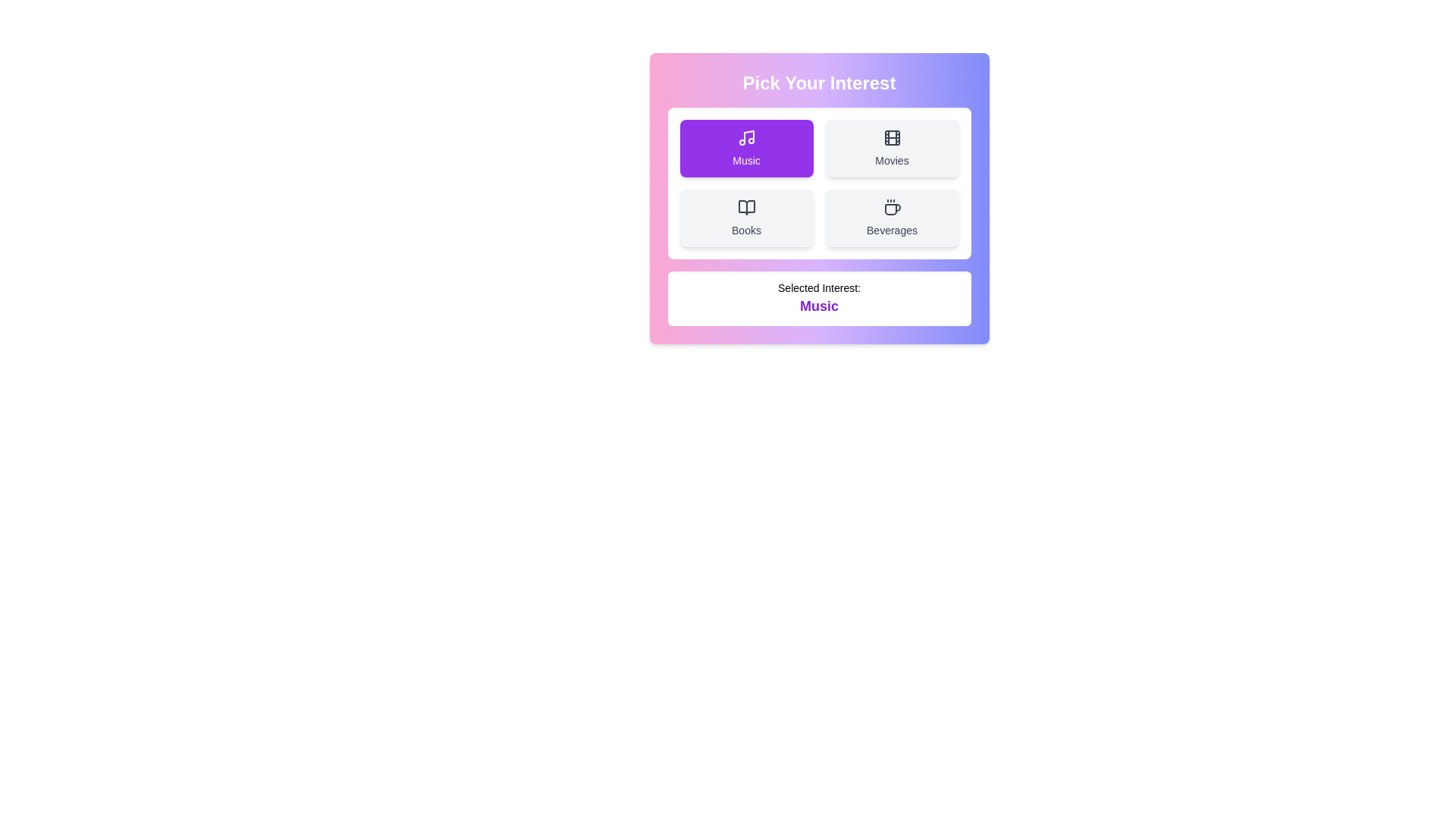 The height and width of the screenshot is (819, 1456). I want to click on the button labeled 'Music' to observe the hover effect, so click(746, 149).